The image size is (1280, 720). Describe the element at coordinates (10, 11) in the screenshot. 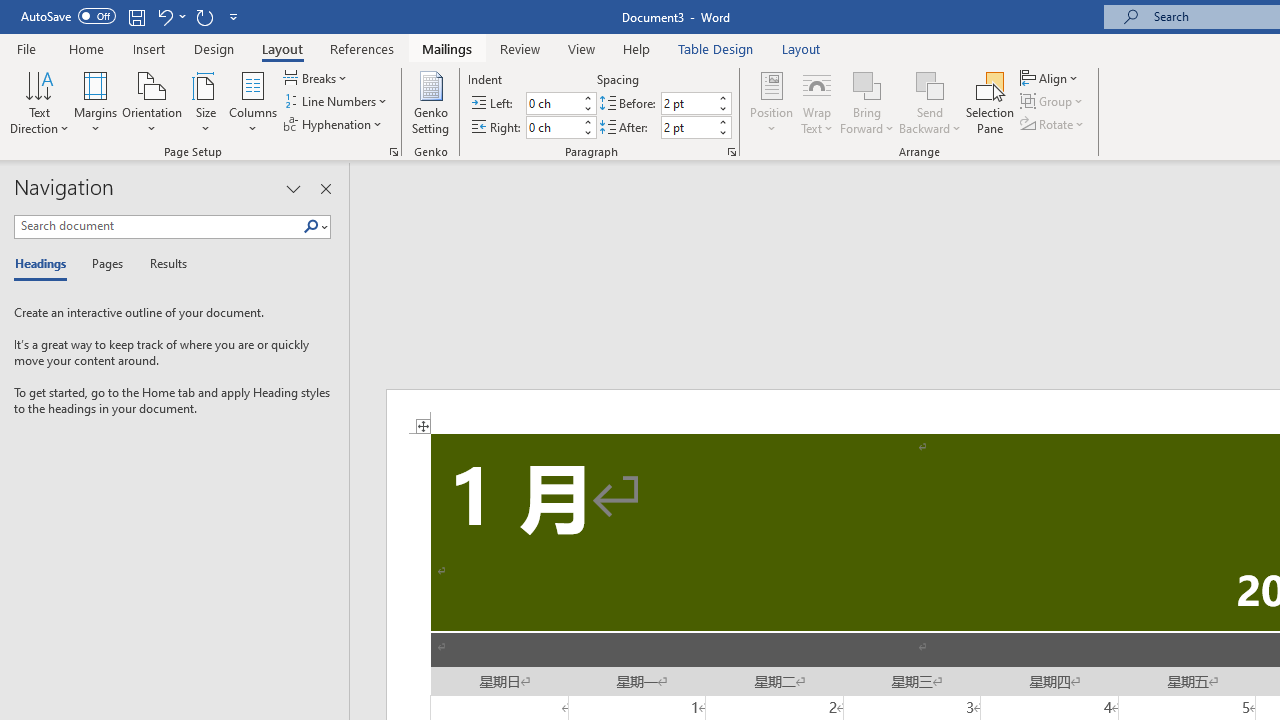

I see `'System'` at that location.